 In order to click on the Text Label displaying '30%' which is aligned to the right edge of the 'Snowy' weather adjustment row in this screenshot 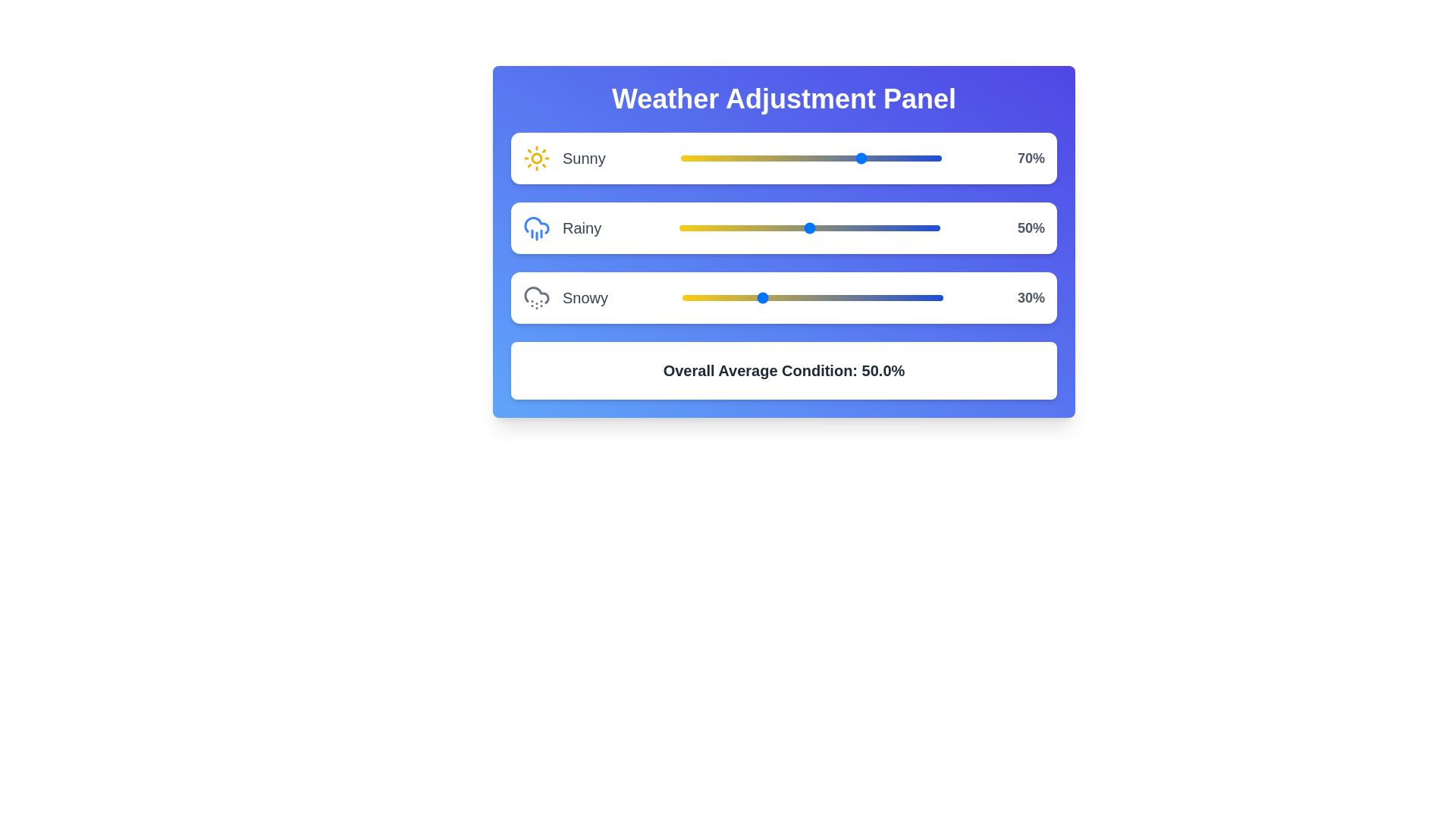, I will do `click(1031, 298)`.